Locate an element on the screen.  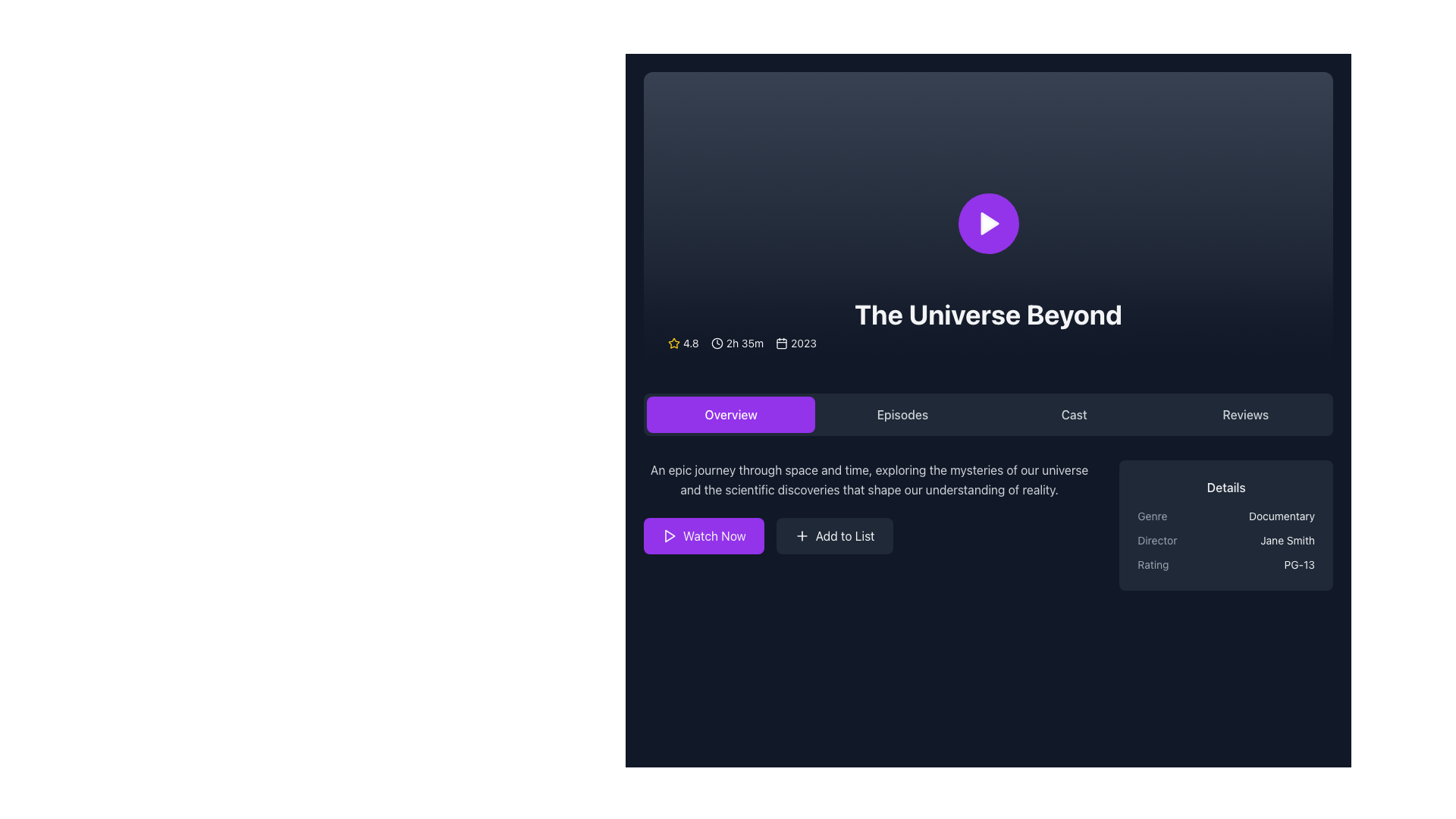
the textual description in light gray font that provides information about a cinematic or documentary feature, which is positioned above the 'Watch Now' and 'Add to List' buttons is located at coordinates (869, 479).